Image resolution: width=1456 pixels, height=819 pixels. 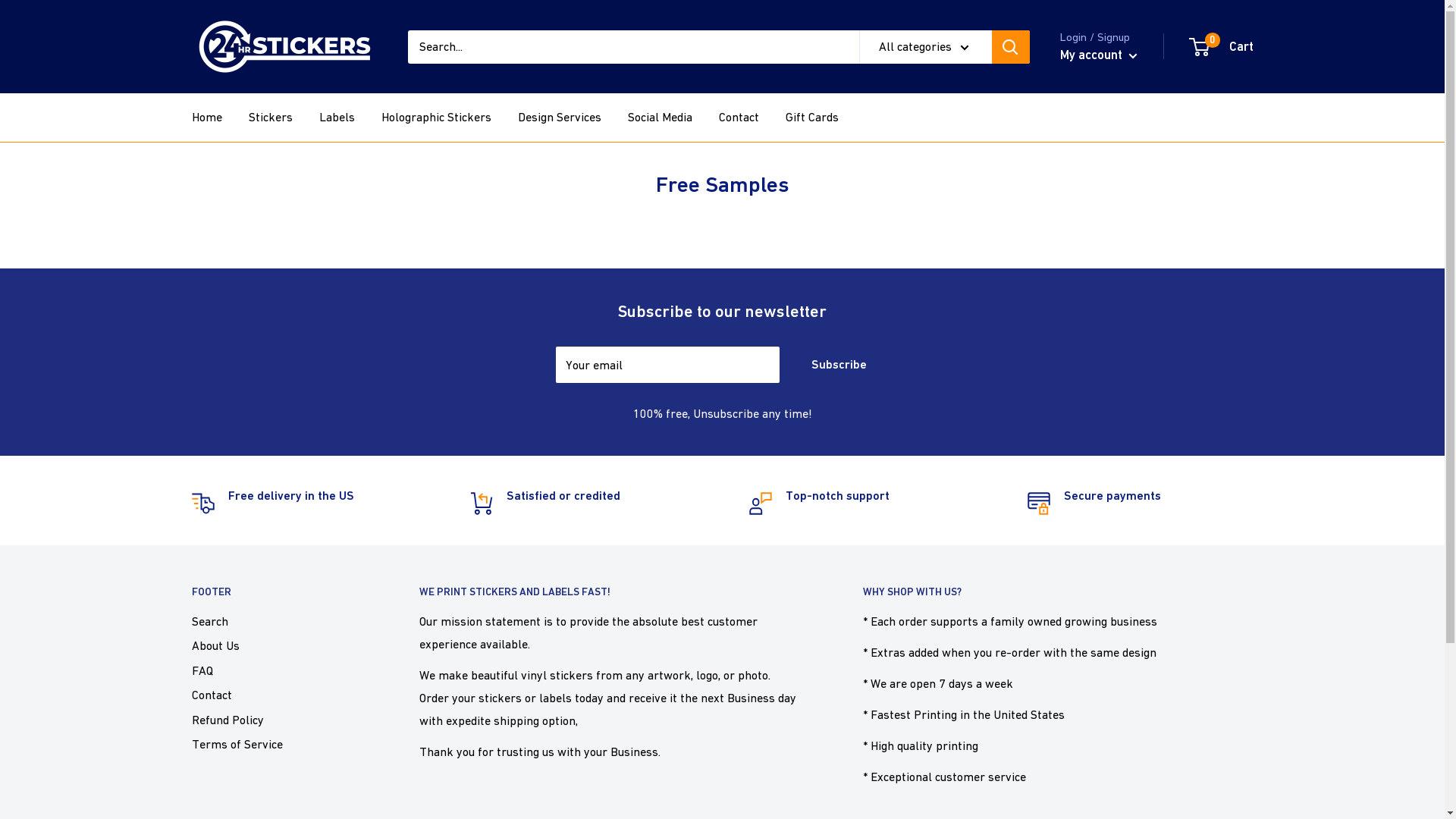 What do you see at coordinates (381, 116) in the screenshot?
I see `'Holographic Stickers'` at bounding box center [381, 116].